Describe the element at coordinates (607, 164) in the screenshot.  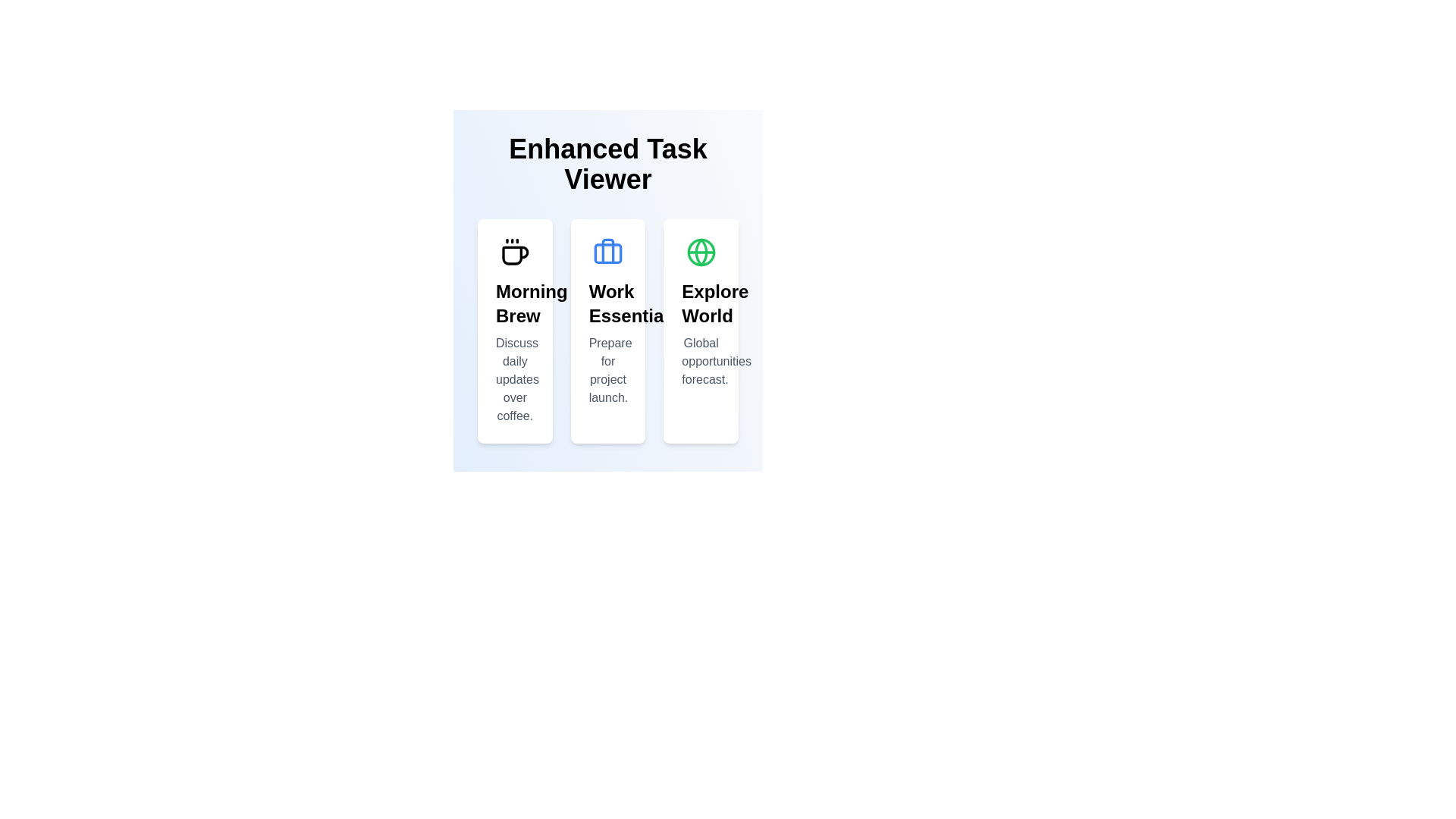
I see `the prominent text header element labeled 'Enhanced Task Viewer', which is styled in large, bold letters and positioned at the top-center of the layout` at that location.